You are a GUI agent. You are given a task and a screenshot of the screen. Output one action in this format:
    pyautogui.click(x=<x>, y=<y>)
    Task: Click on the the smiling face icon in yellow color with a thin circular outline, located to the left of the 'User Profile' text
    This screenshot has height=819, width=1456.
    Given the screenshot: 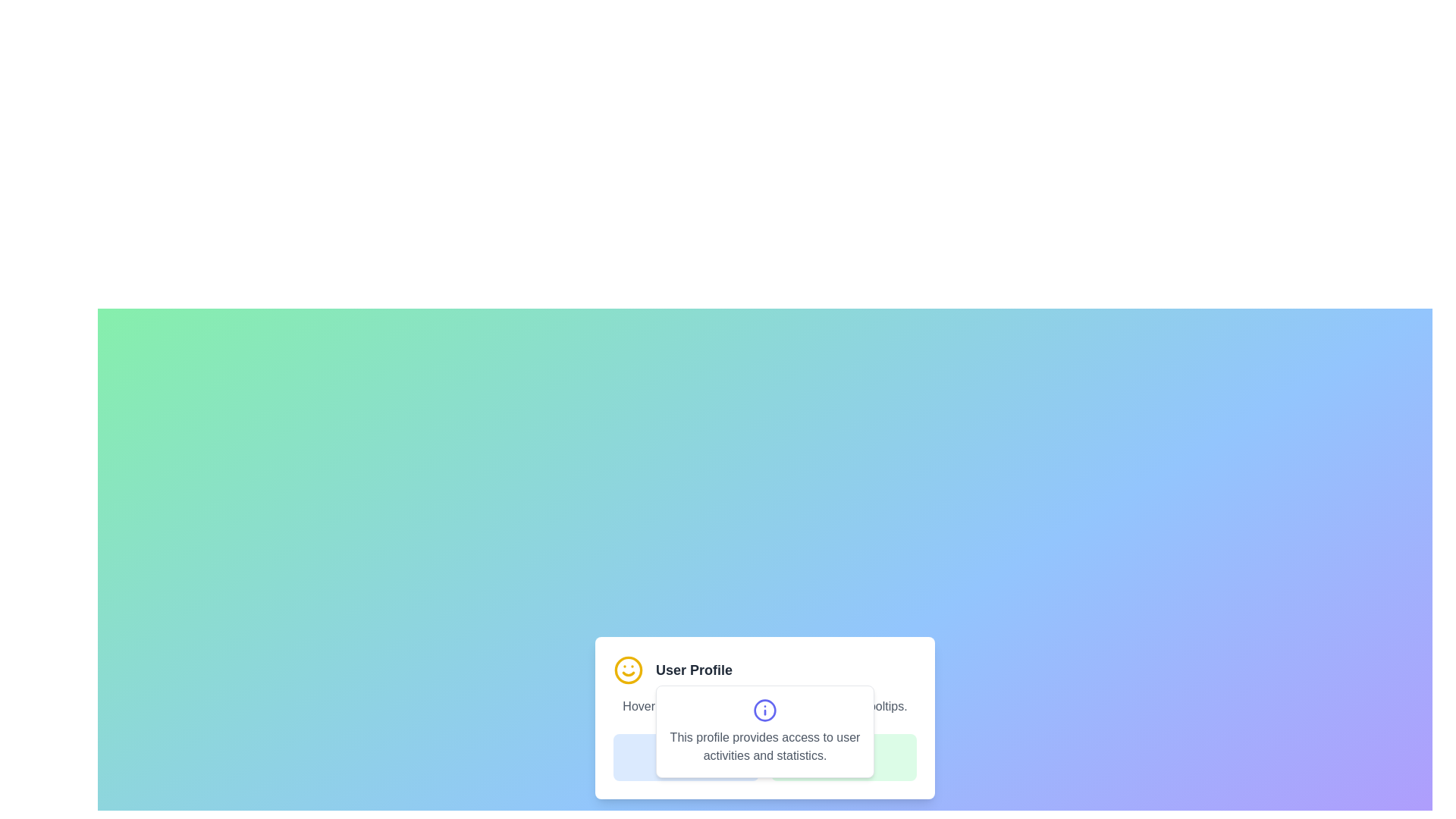 What is the action you would take?
    pyautogui.click(x=629, y=669)
    